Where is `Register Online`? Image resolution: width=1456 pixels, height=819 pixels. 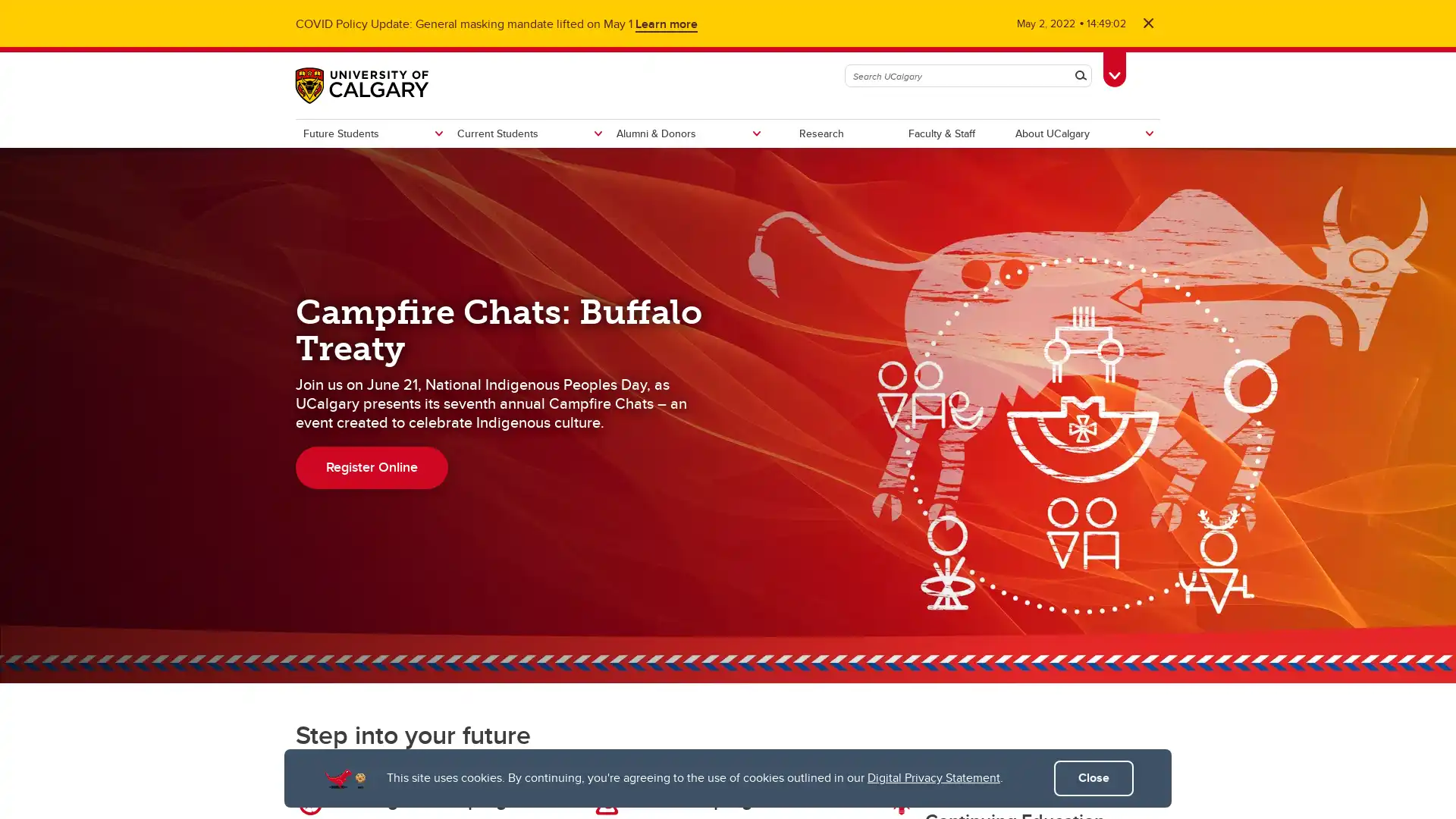 Register Online is located at coordinates (372, 466).